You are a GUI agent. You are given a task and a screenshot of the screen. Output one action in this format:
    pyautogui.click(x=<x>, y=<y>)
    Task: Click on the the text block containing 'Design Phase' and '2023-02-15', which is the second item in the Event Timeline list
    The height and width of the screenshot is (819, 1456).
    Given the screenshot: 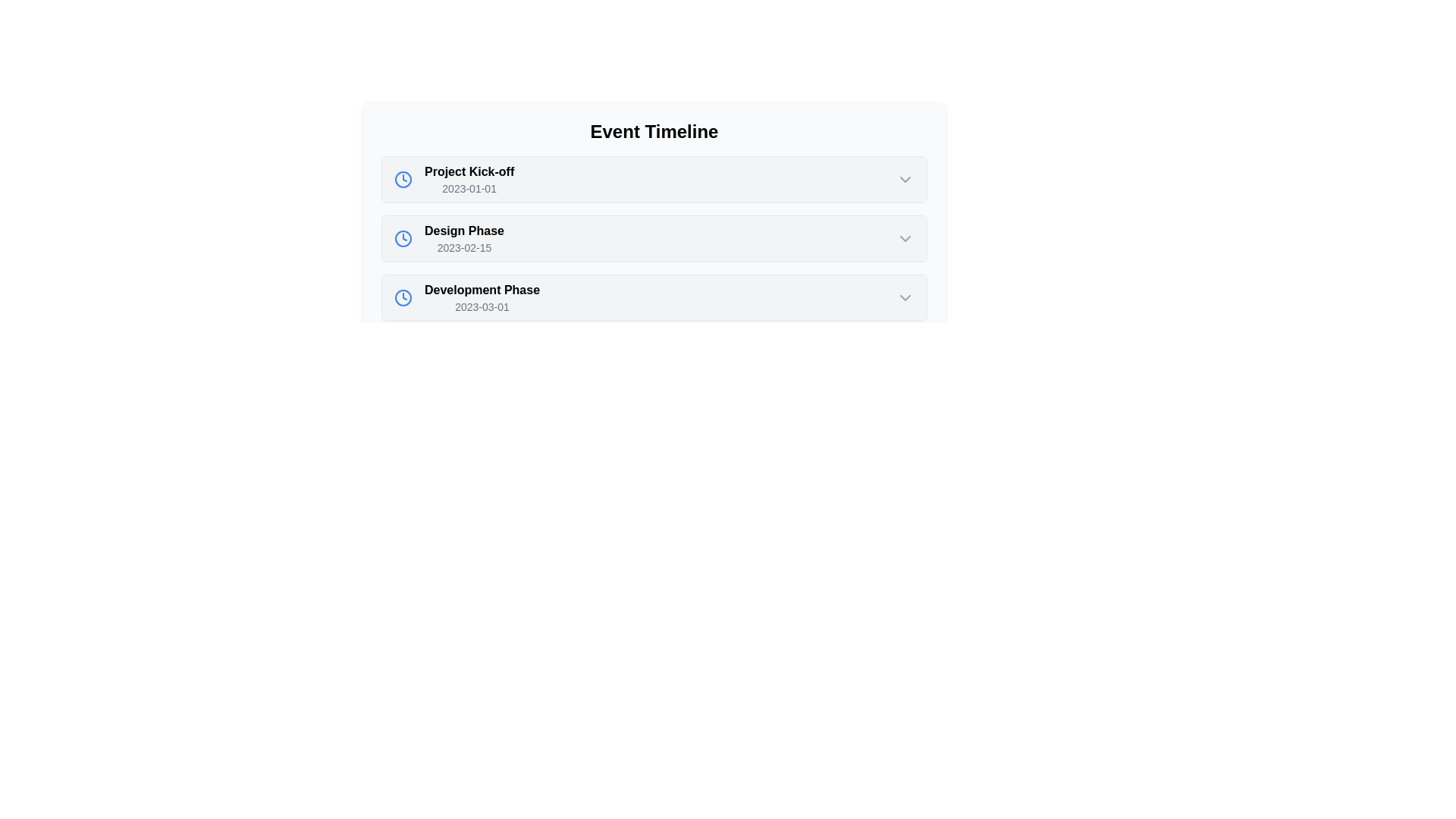 What is the action you would take?
    pyautogui.click(x=463, y=239)
    